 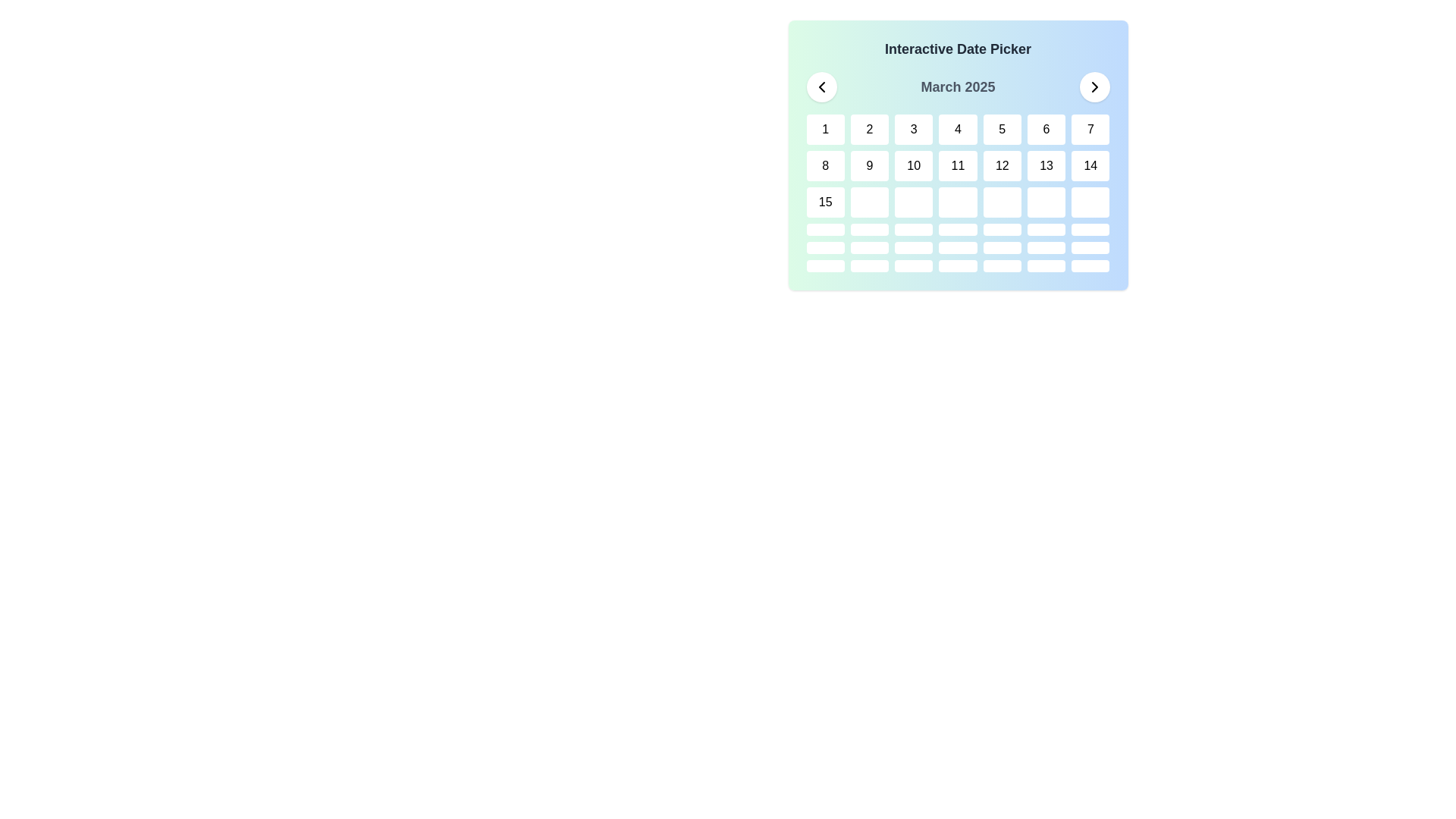 I want to click on the rectangular button displaying the number '4' in the top row, fourth column of the calendar grid, so click(x=957, y=128).